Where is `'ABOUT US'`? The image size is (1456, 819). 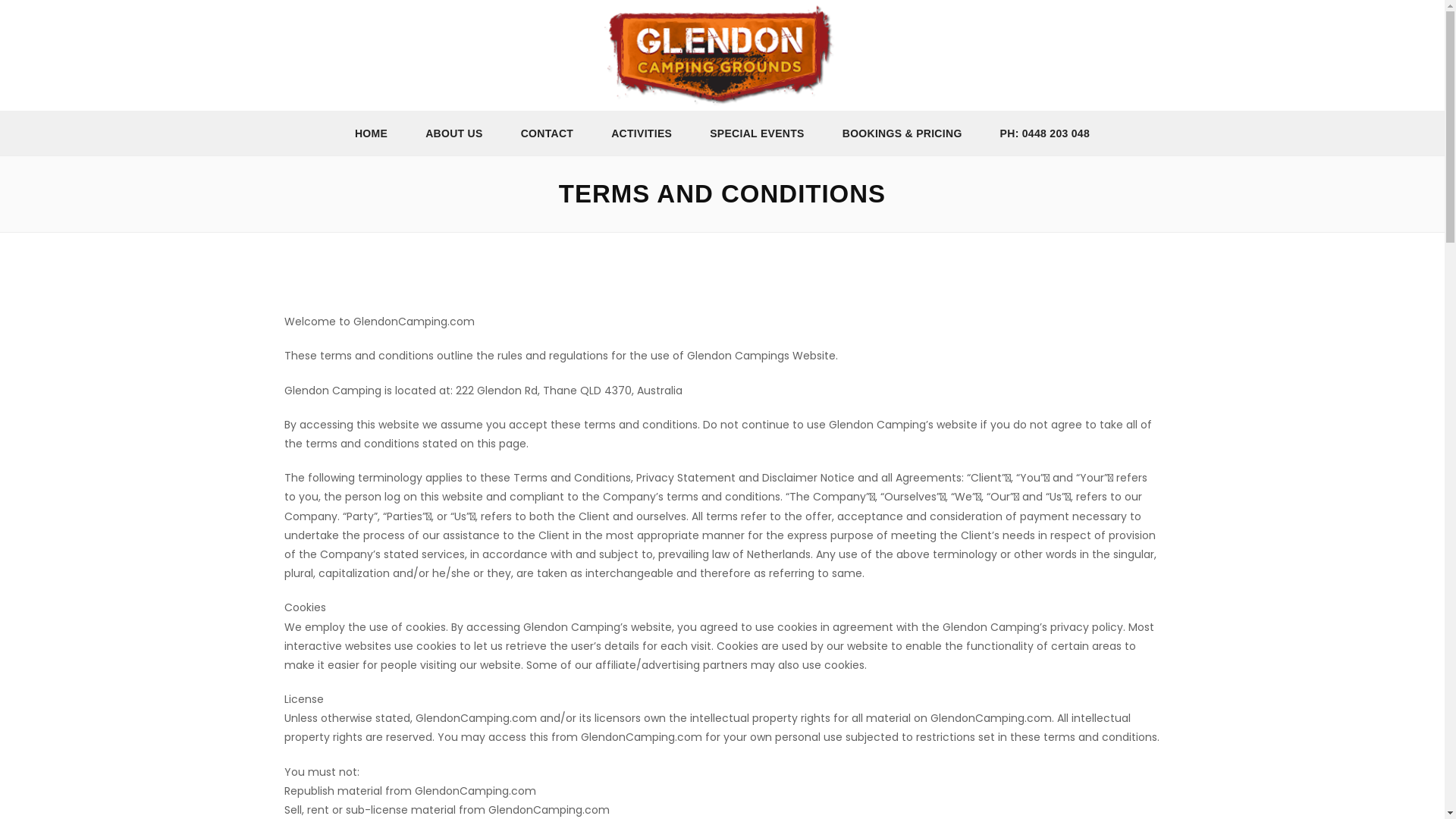 'ABOUT US' is located at coordinates (453, 132).